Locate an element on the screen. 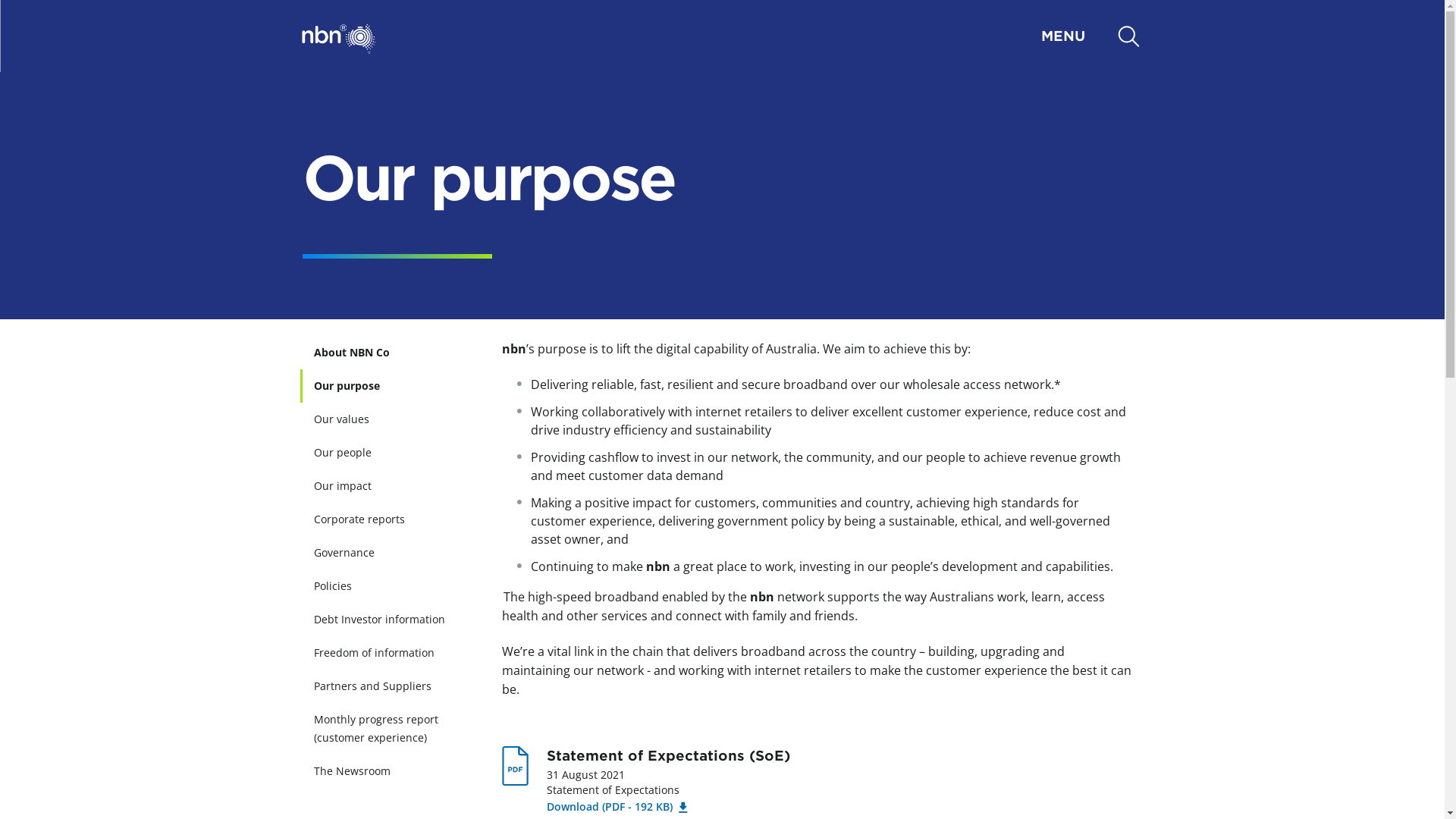 The image size is (1456, 819). 'Debt Investor information' is located at coordinates (388, 620).